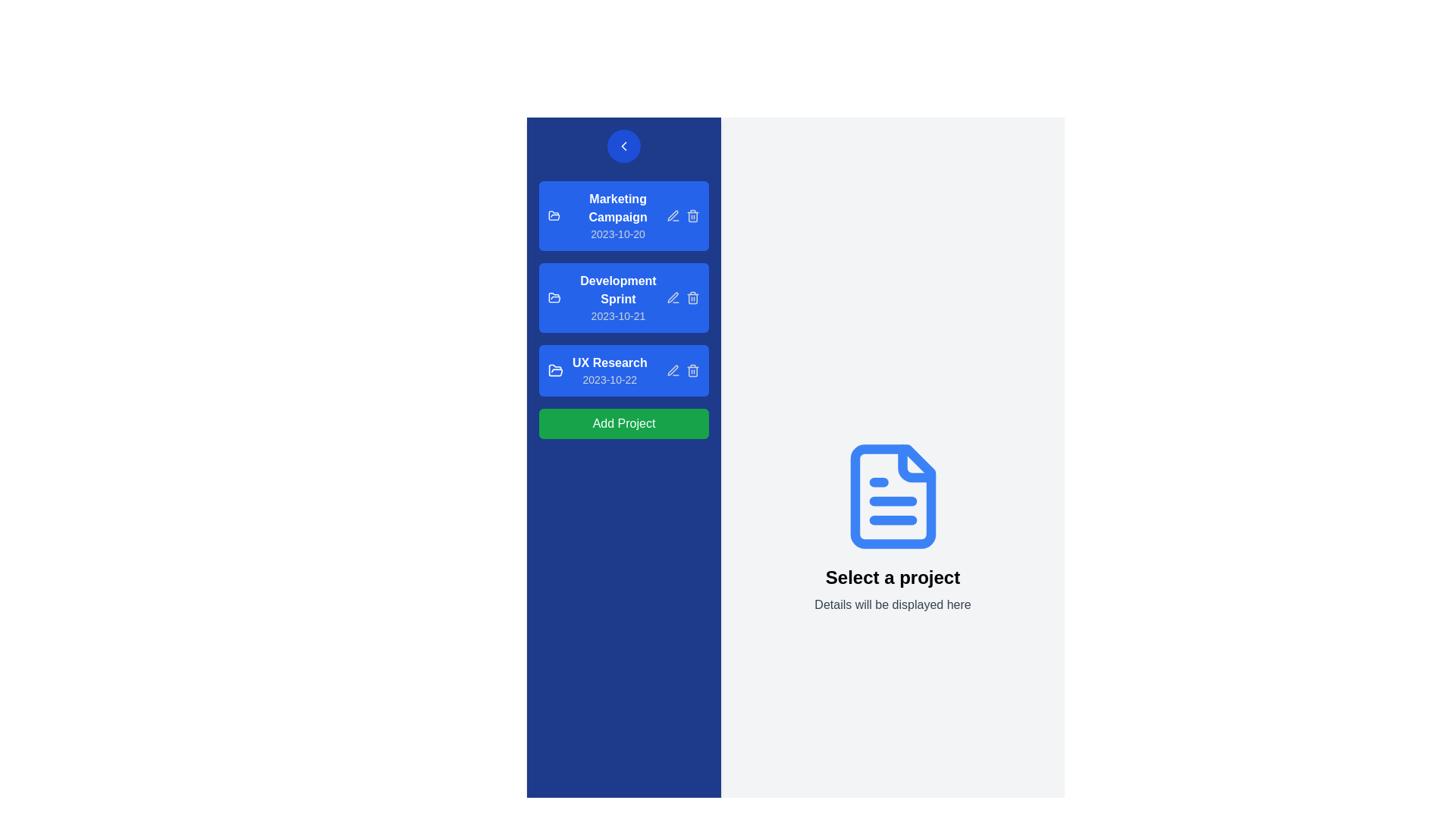  I want to click on the delete button for the 'Marketing Campaign' project, so click(692, 216).